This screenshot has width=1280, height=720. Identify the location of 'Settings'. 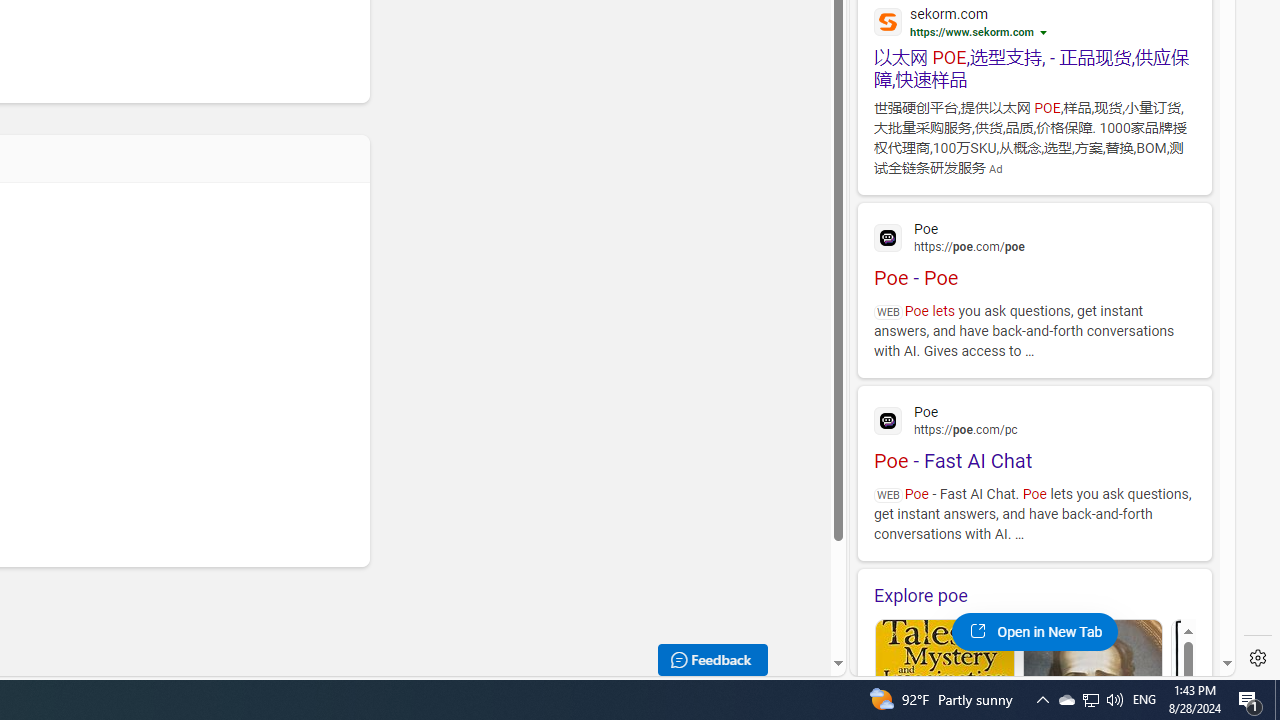
(1257, 658).